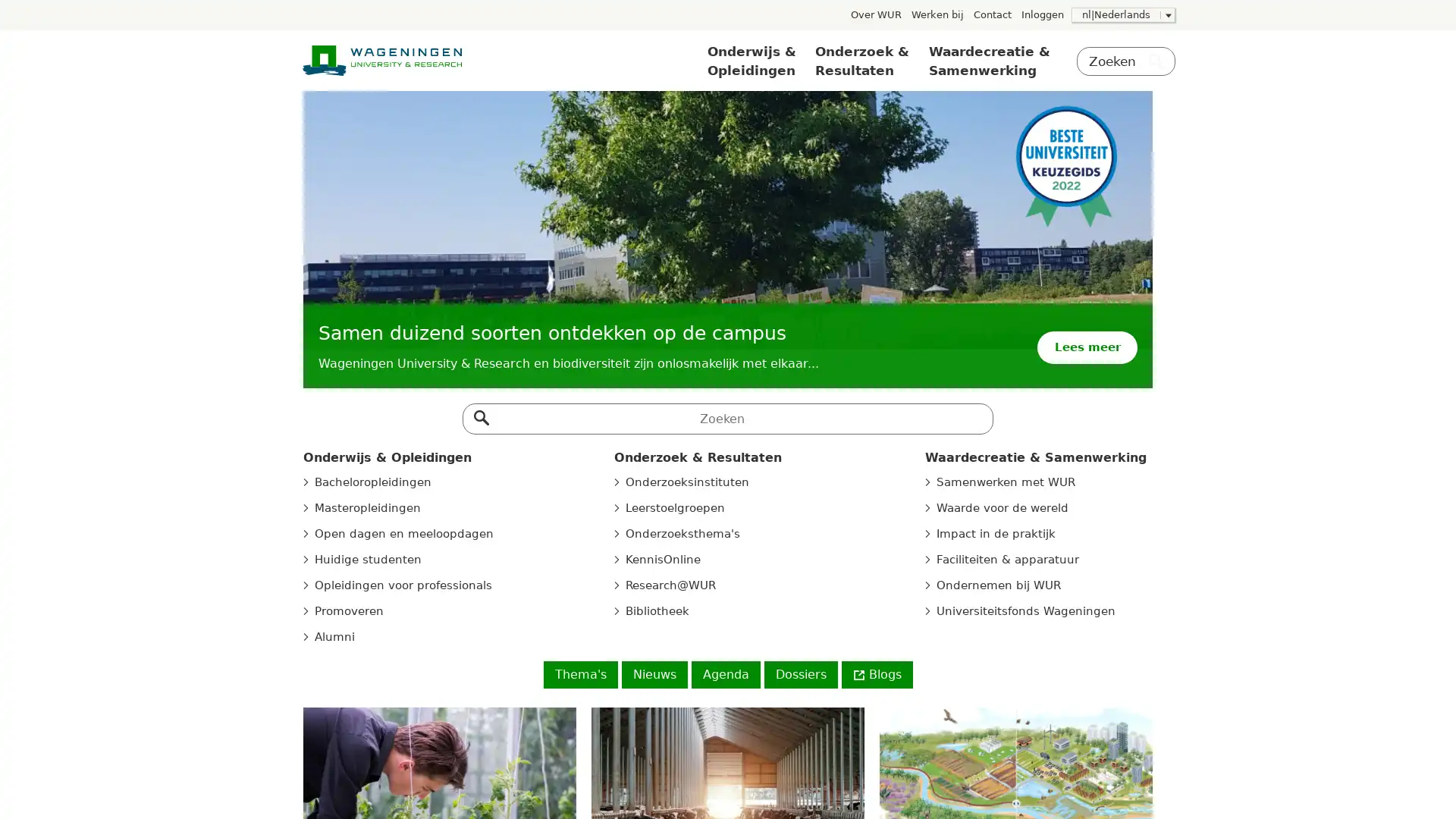 Image resolution: width=1456 pixels, height=819 pixels. I want to click on Zoek, so click(1156, 63).